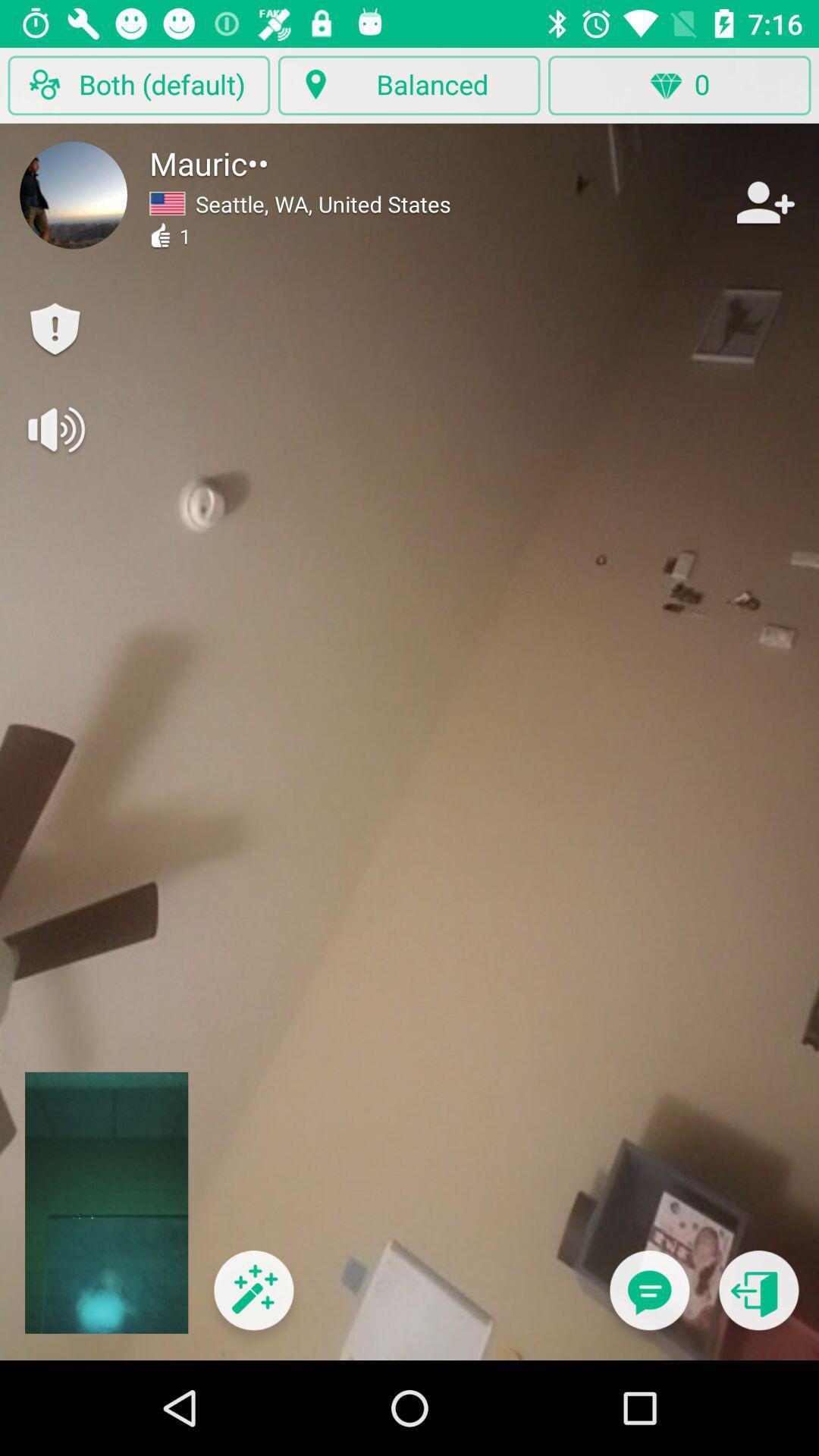 The height and width of the screenshot is (1456, 819). I want to click on the warning icon, so click(54, 329).